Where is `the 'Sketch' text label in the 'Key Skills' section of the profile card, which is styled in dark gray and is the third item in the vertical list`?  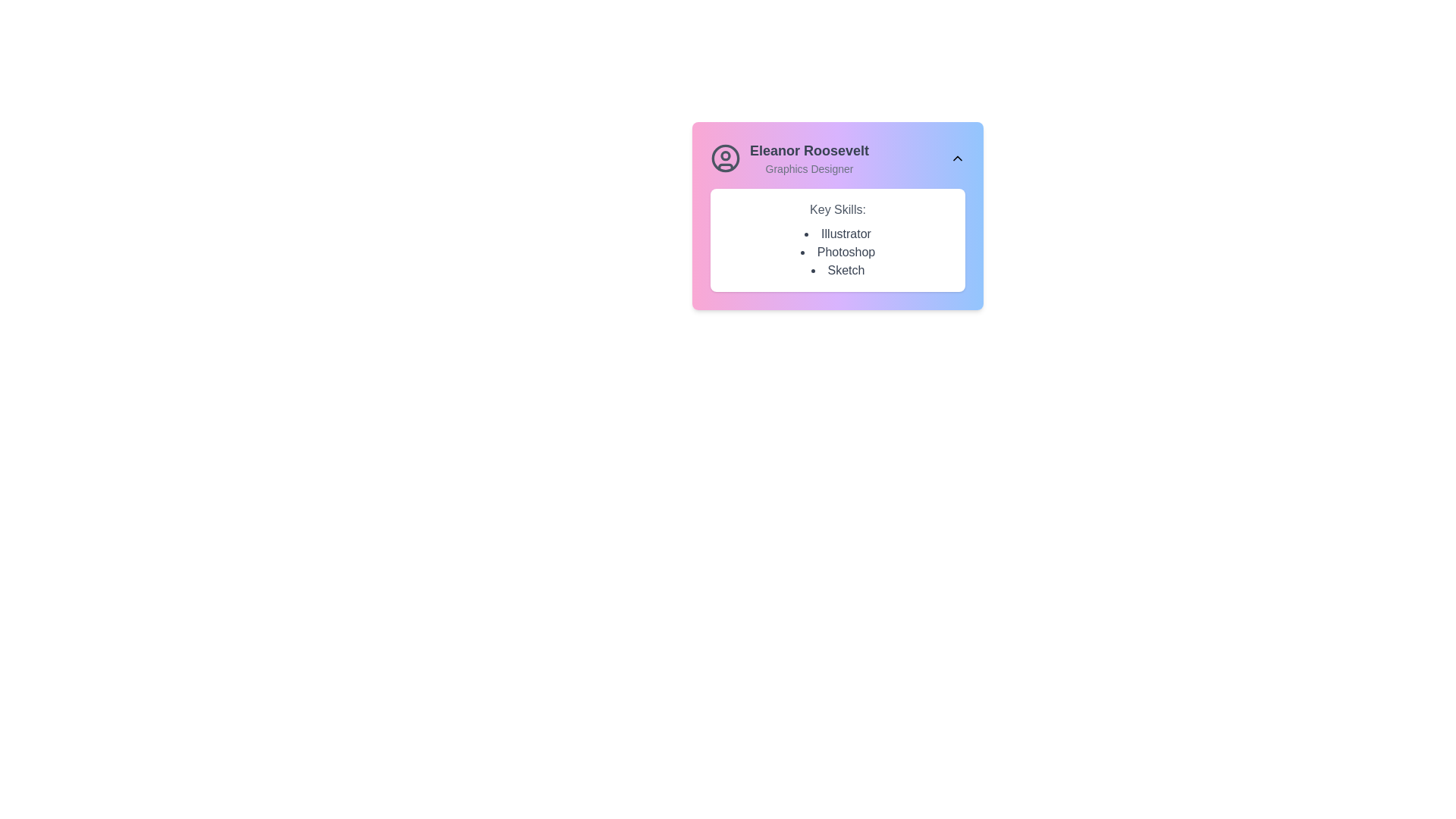 the 'Sketch' text label in the 'Key Skills' section of the profile card, which is styled in dark gray and is the third item in the vertical list is located at coordinates (836, 270).